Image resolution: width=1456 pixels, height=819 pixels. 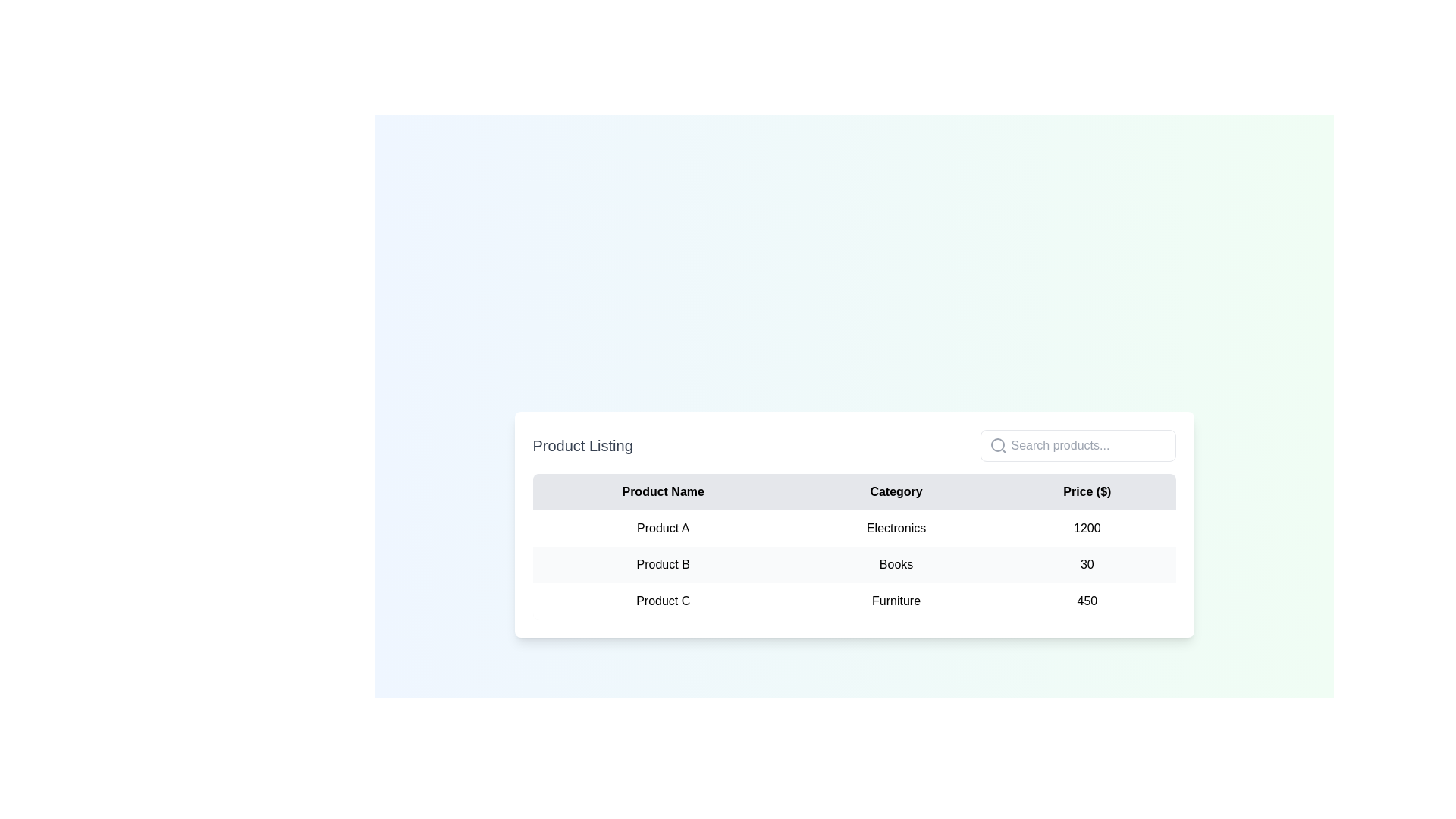 What do you see at coordinates (854, 528) in the screenshot?
I see `the first row of the product listing table` at bounding box center [854, 528].